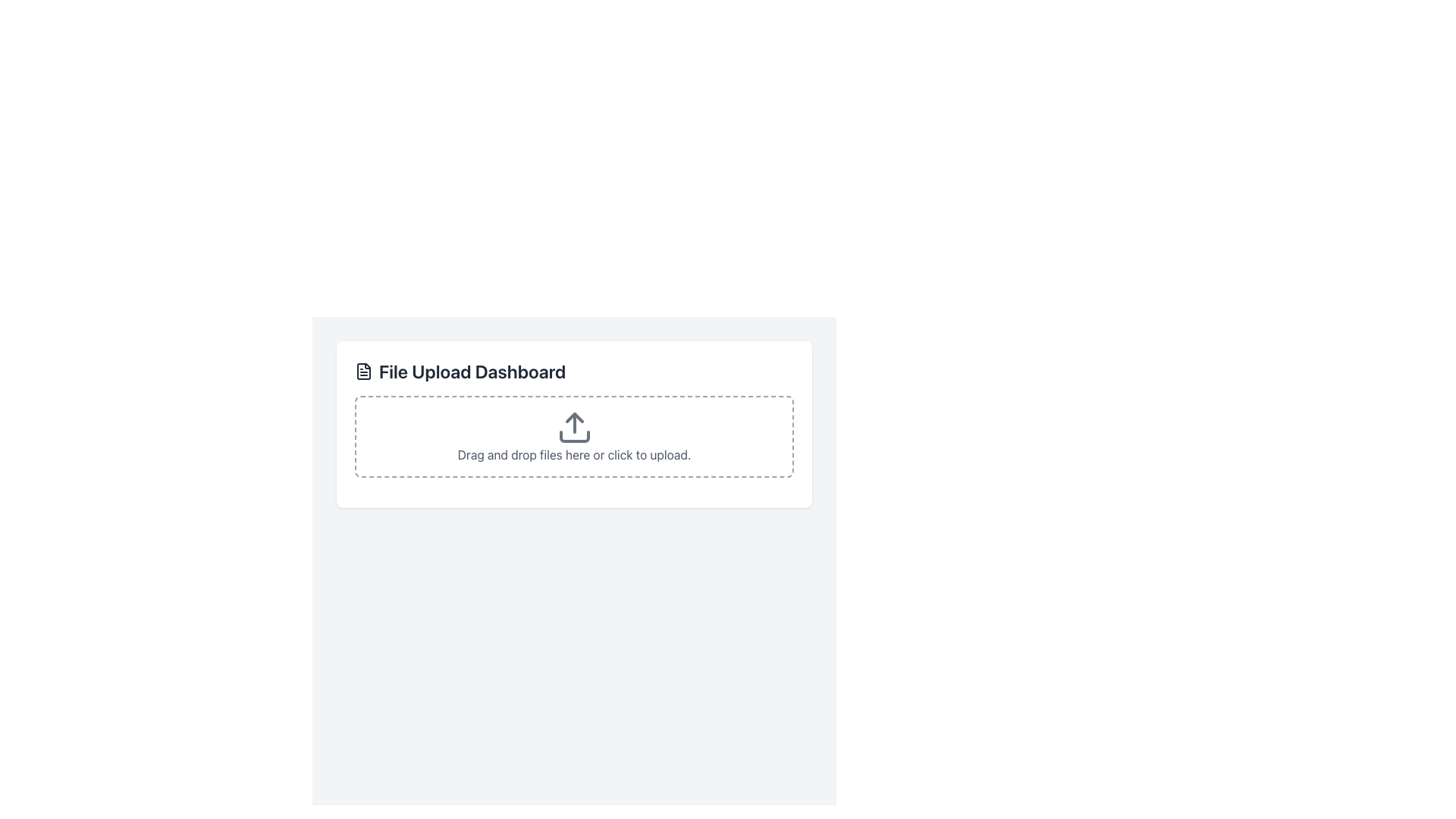  I want to click on and drop files onto the File Upload Input area, which is a rectangular area with a dashed gray border and rounded corners, containing an upload icon and the text 'Drag and drop files here or click, so click(573, 436).